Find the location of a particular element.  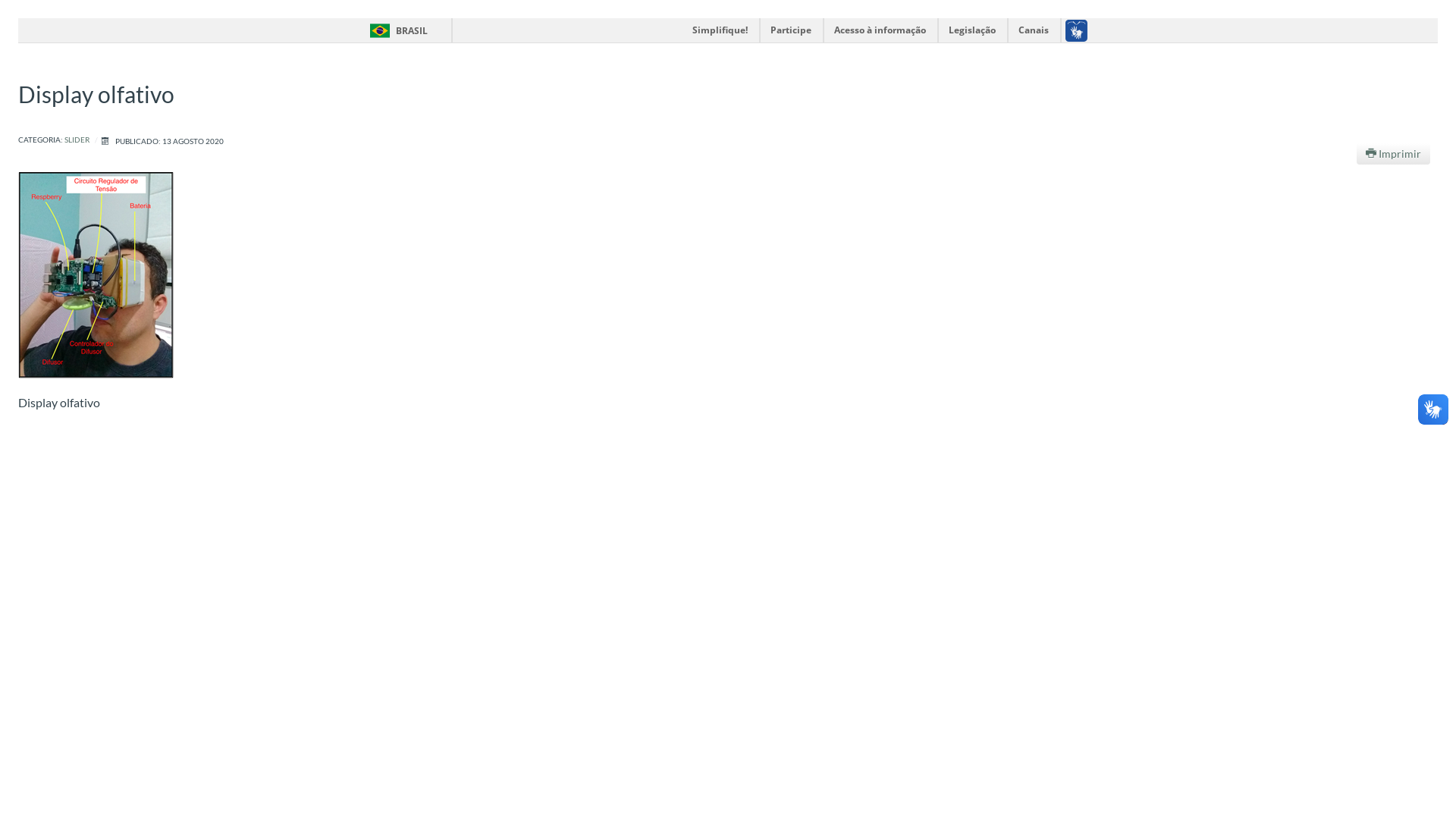

'Participe' is located at coordinates (790, 30).